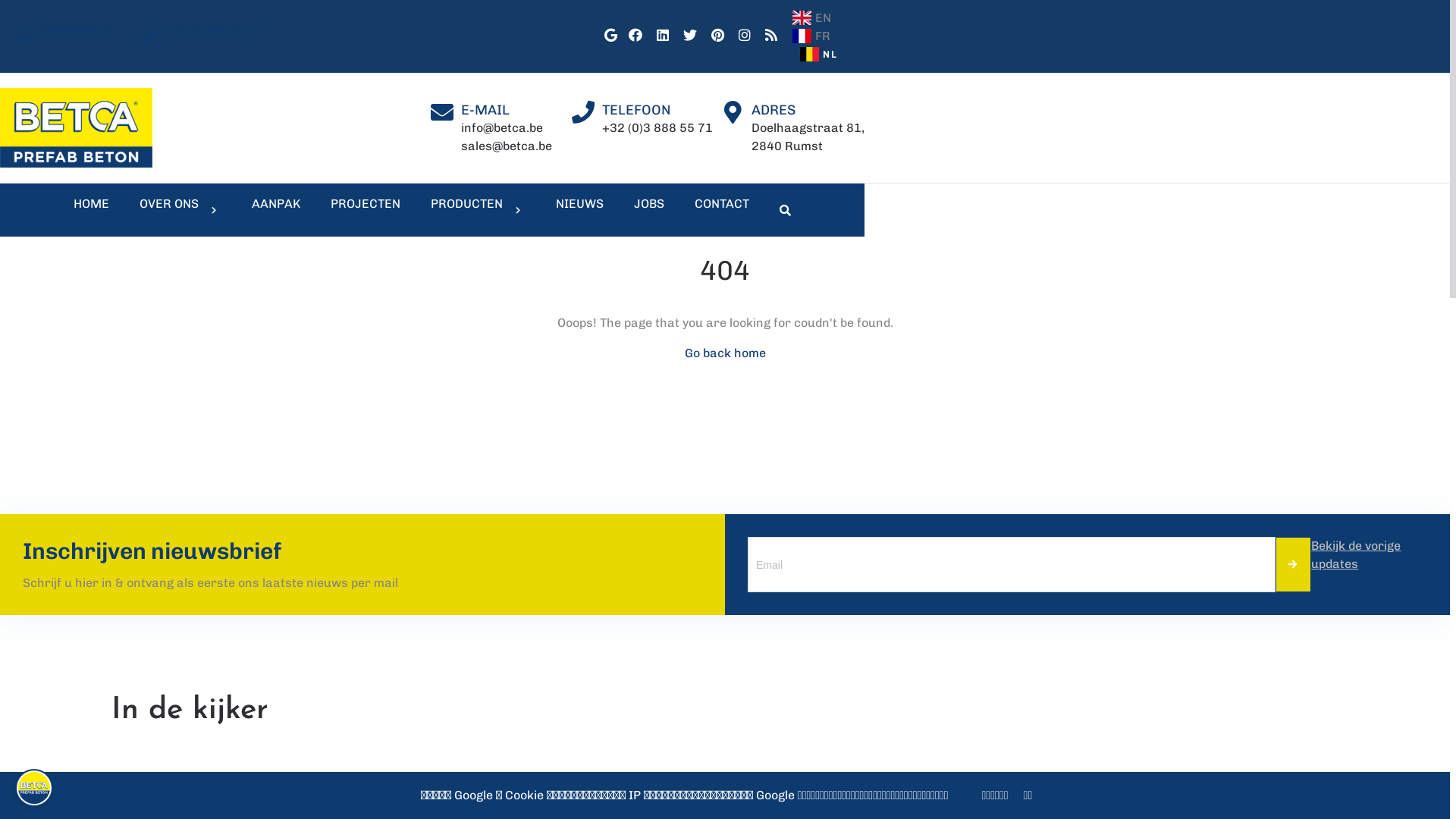  Describe the element at coordinates (1369, 564) in the screenshot. I see `'Bekijk de vorige updates'` at that location.